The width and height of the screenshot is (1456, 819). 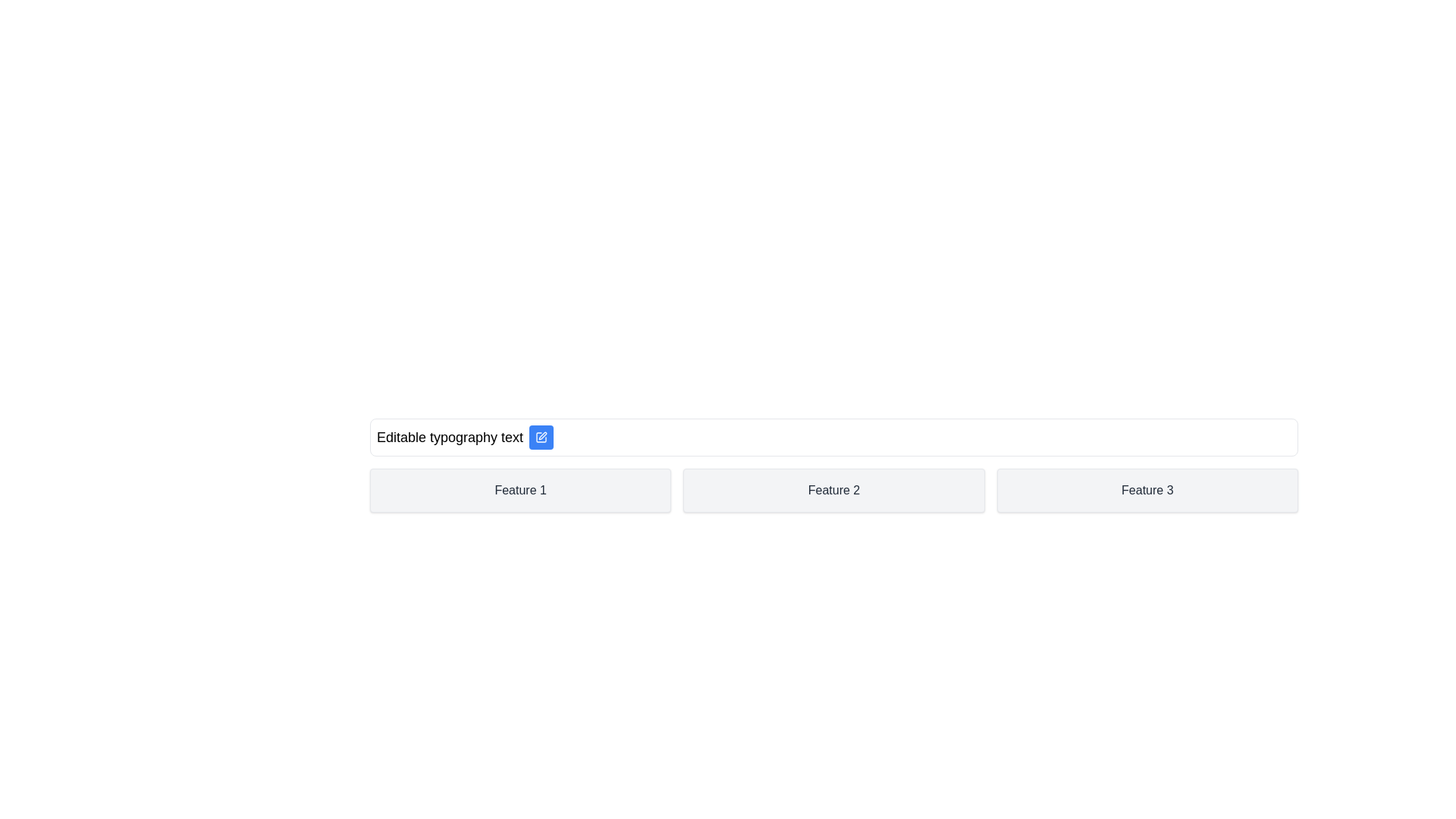 What do you see at coordinates (520, 491) in the screenshot?
I see `the text label indicating a feature or category, which is the first of three similar elements aligned horizontally beneath an editable text box` at bounding box center [520, 491].